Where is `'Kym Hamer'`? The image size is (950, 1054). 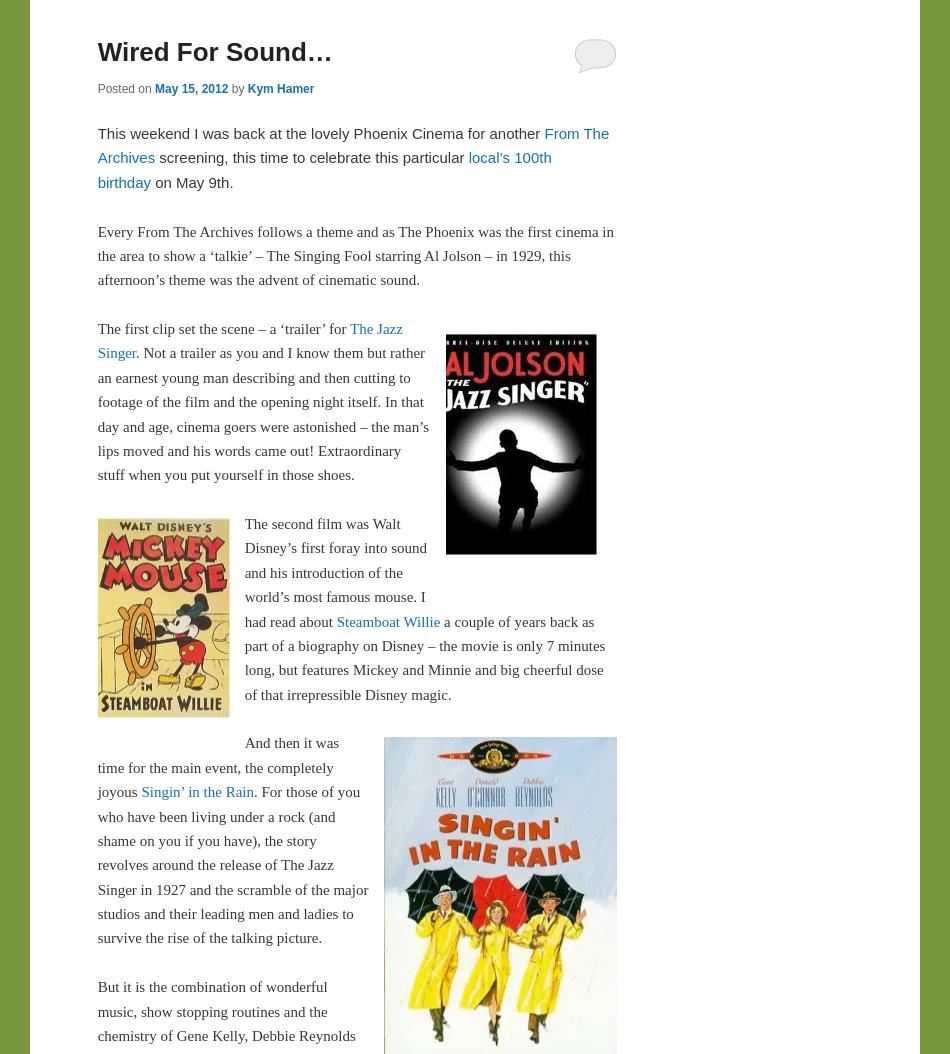 'Kym Hamer' is located at coordinates (279, 87).